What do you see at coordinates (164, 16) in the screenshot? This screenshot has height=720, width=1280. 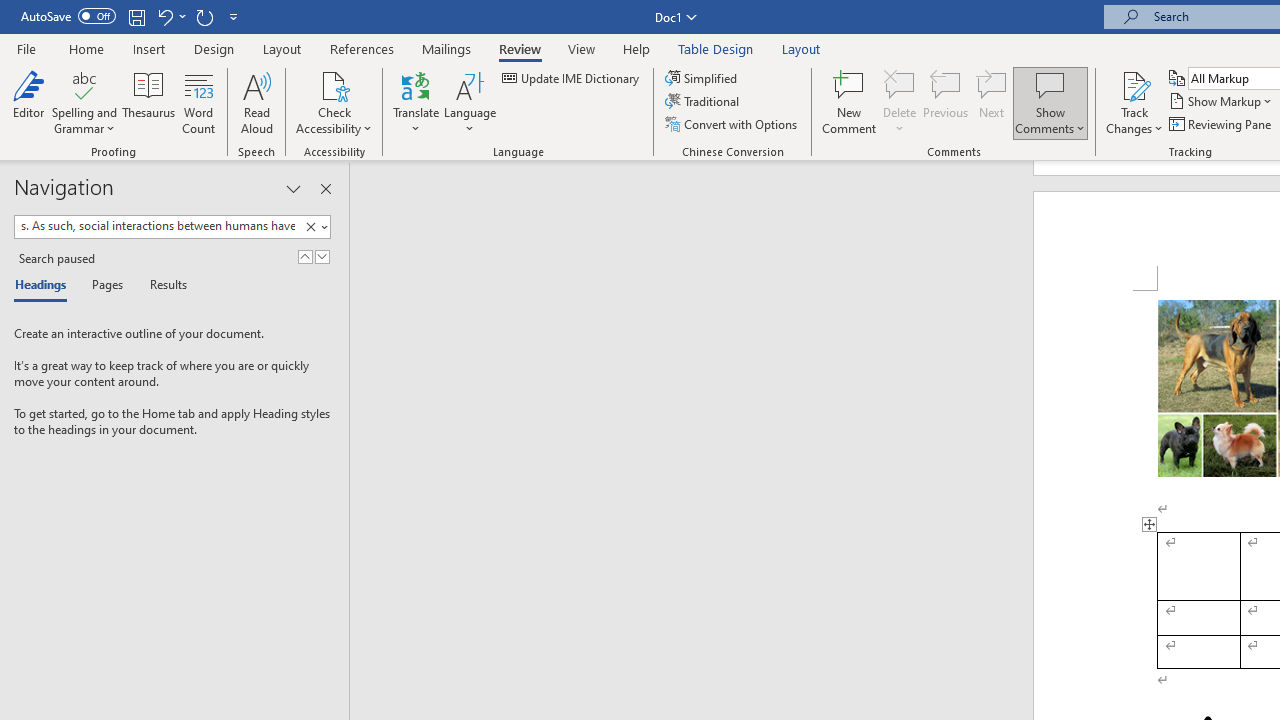 I see `'Undo Style'` at bounding box center [164, 16].